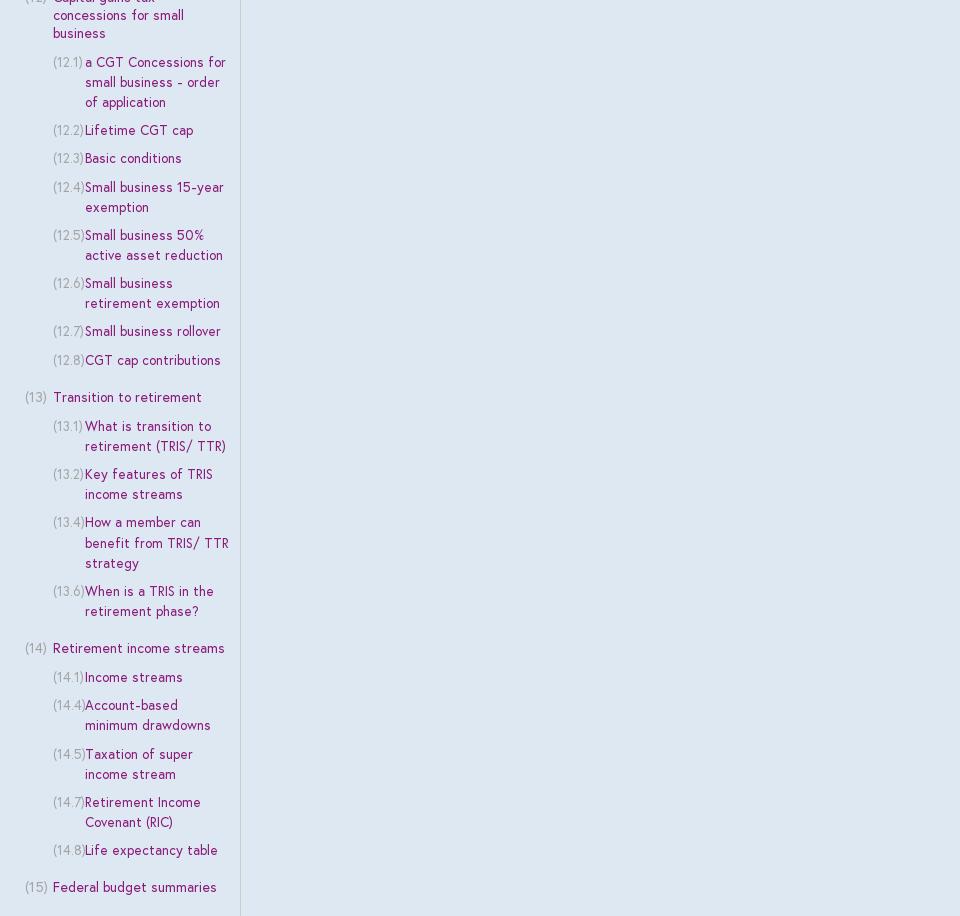  I want to click on 'a CGT Concessions for small business - order of application', so click(153, 80).